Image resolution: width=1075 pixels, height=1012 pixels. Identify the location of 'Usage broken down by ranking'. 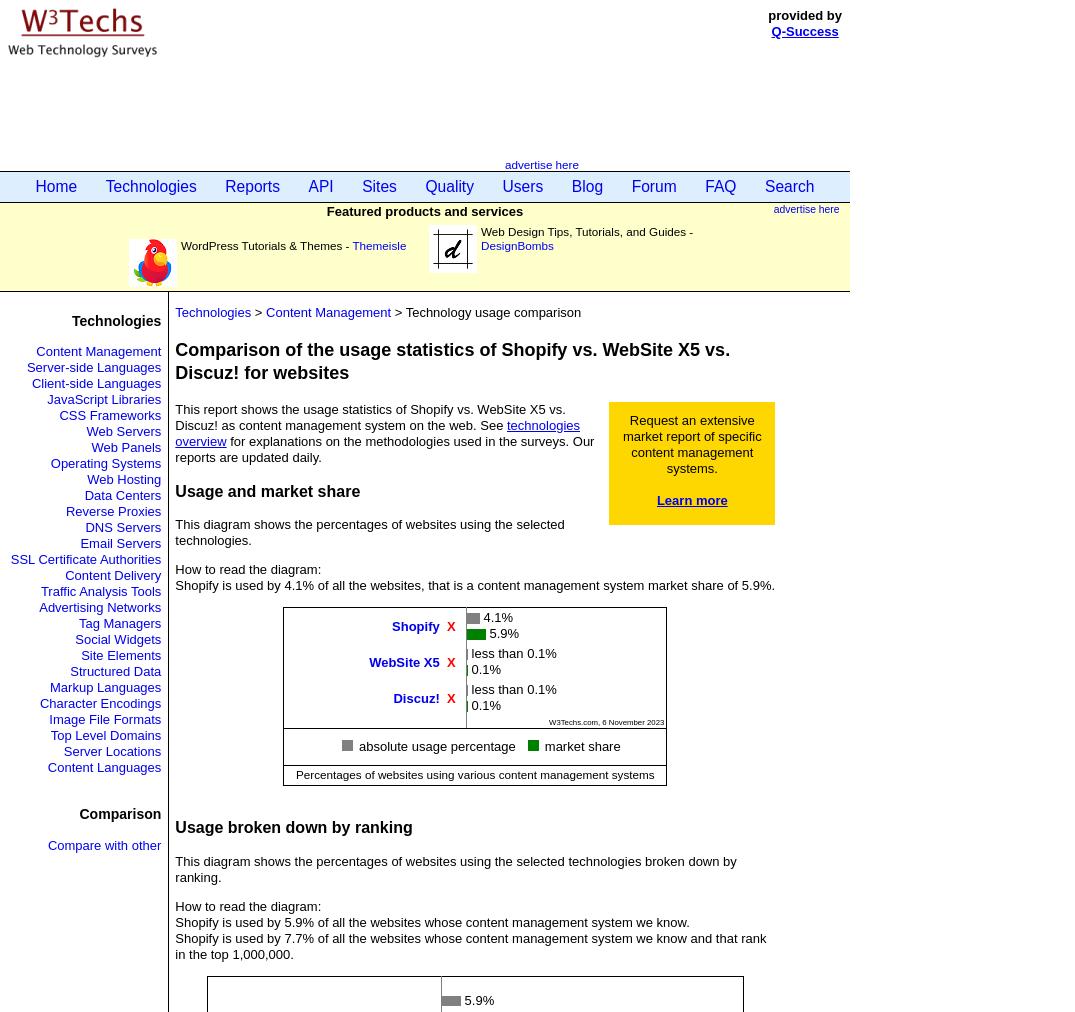
(175, 826).